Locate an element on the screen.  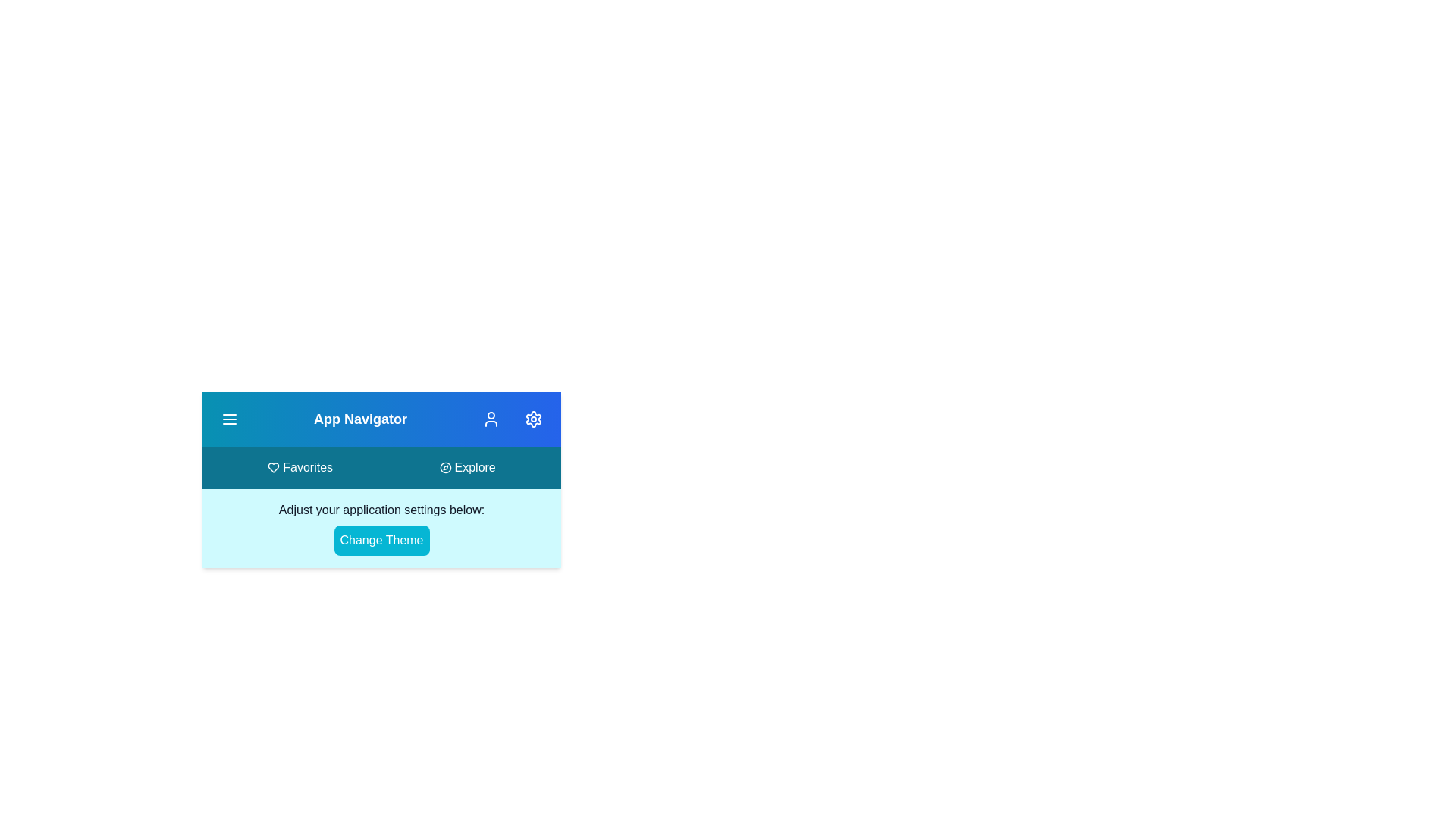
the circular compass icon located to the left of the 'Explore' text label is located at coordinates (444, 467).